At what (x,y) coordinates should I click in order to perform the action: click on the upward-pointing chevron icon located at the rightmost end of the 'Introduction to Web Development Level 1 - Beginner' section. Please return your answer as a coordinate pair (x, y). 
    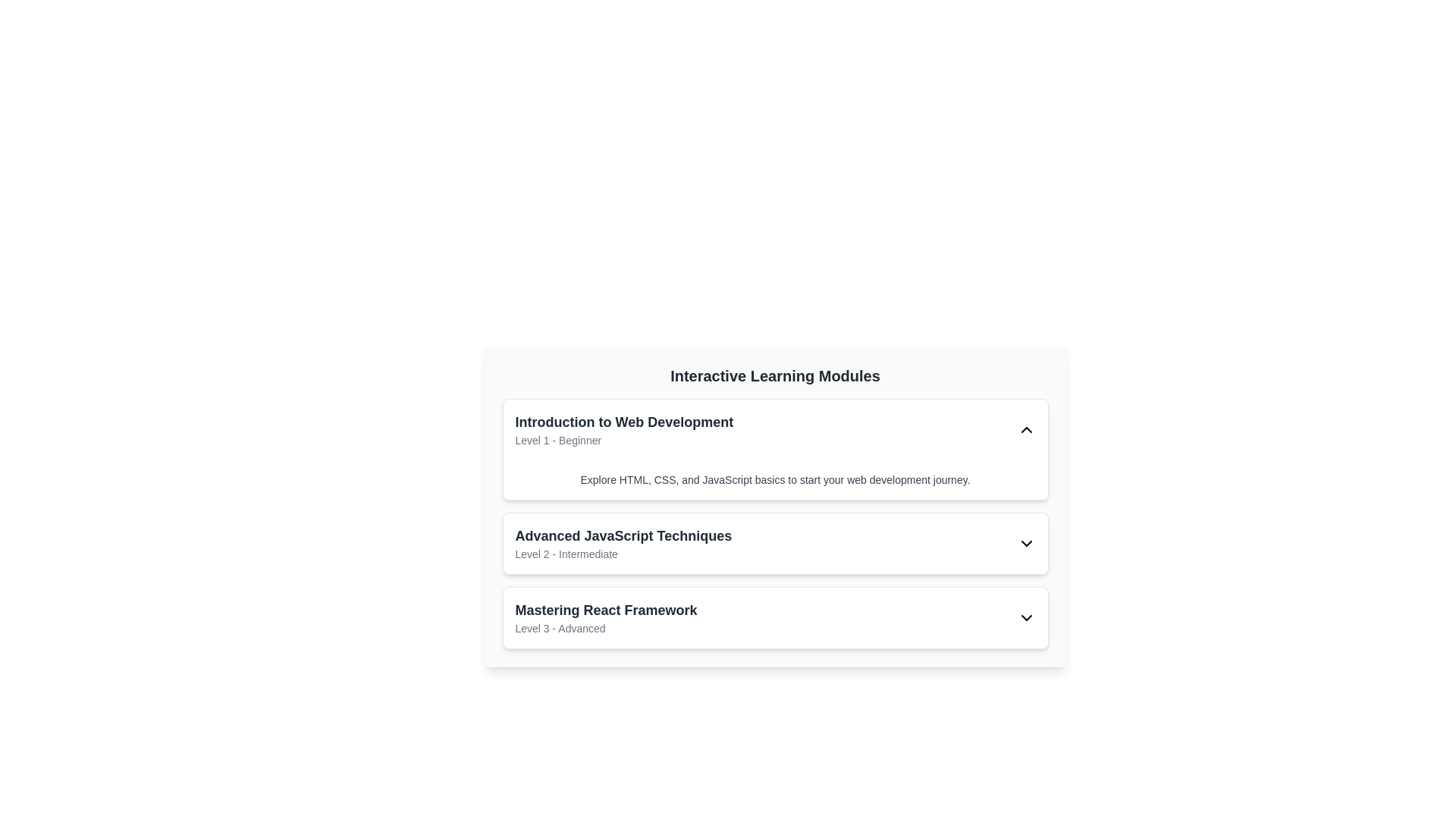
    Looking at the image, I should click on (1026, 430).